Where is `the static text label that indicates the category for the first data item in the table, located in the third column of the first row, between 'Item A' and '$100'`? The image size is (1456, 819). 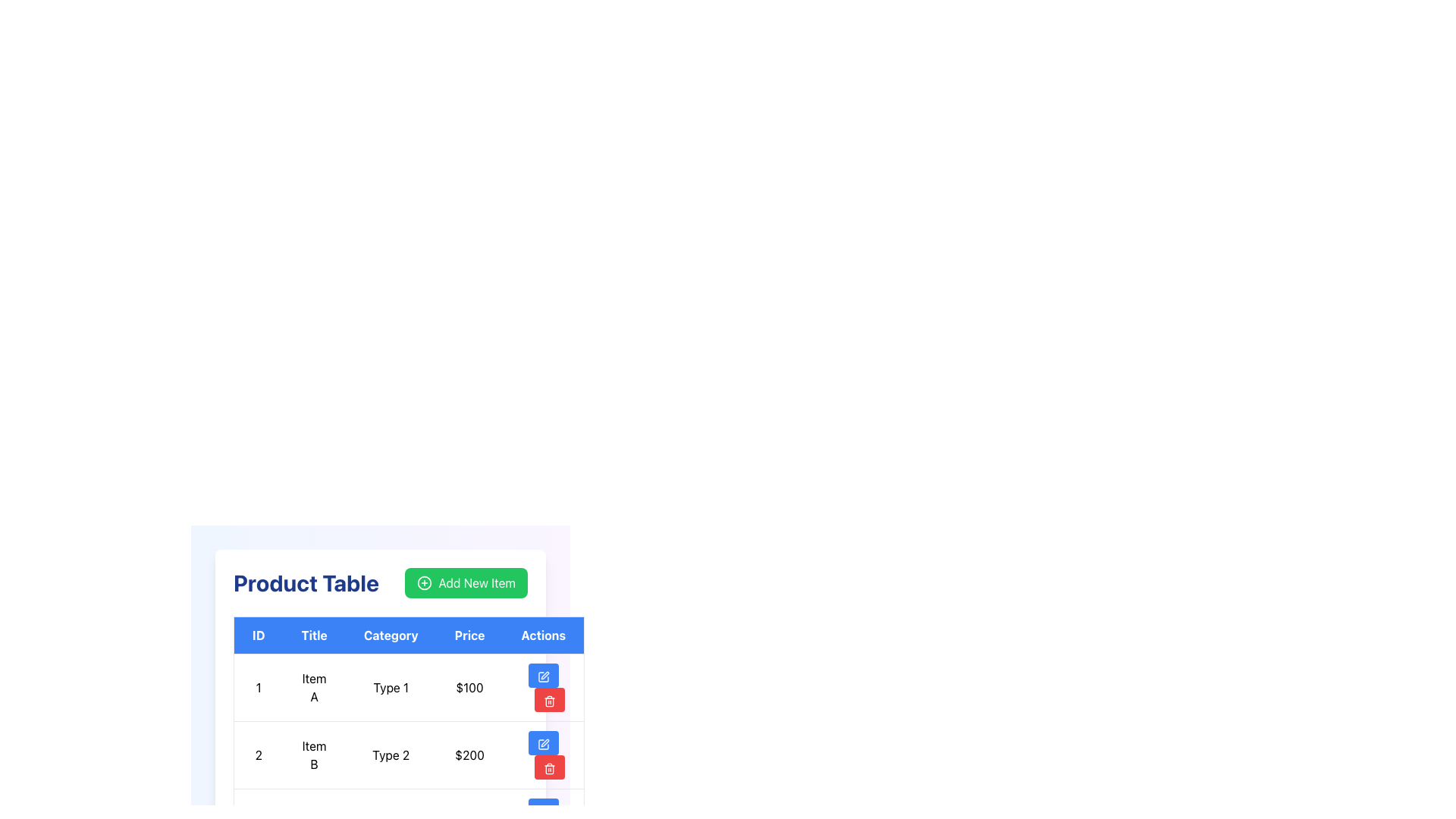
the static text label that indicates the category for the first data item in the table, located in the third column of the first row, between 'Item A' and '$100' is located at coordinates (391, 687).